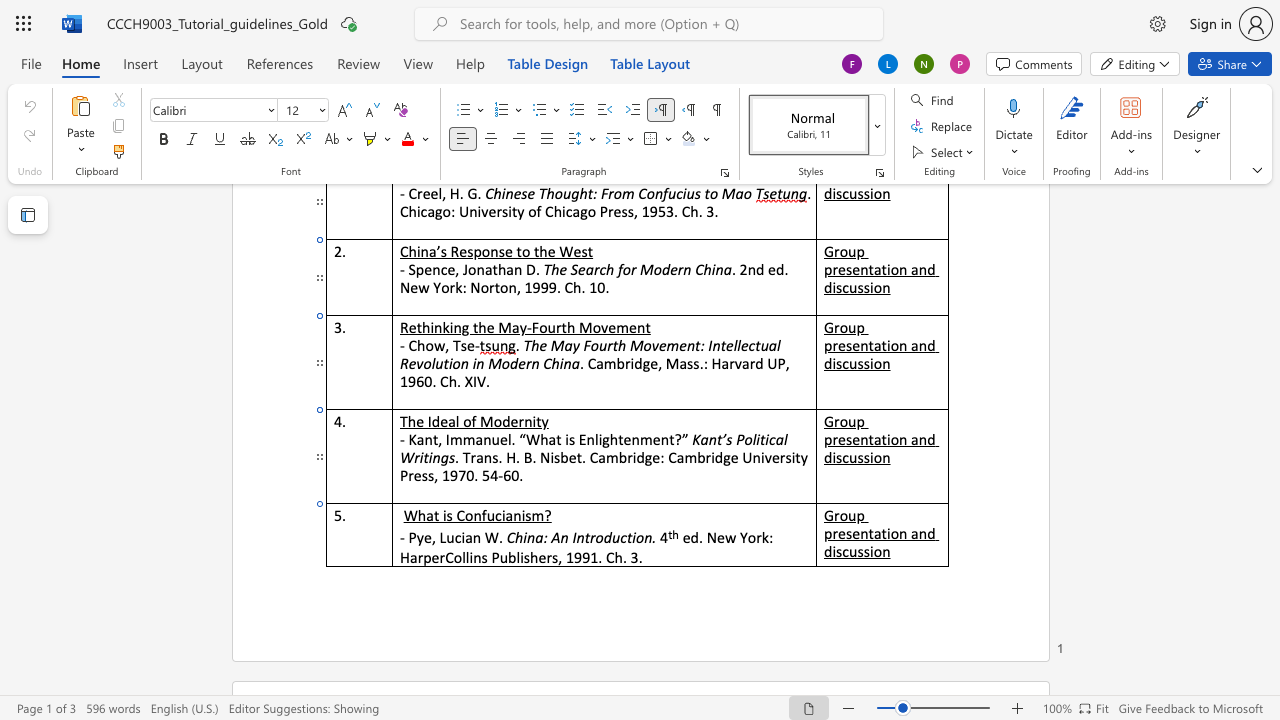 The image size is (1280, 720). I want to click on the space between the continuous character "s" and "s" in the text, so click(863, 457).